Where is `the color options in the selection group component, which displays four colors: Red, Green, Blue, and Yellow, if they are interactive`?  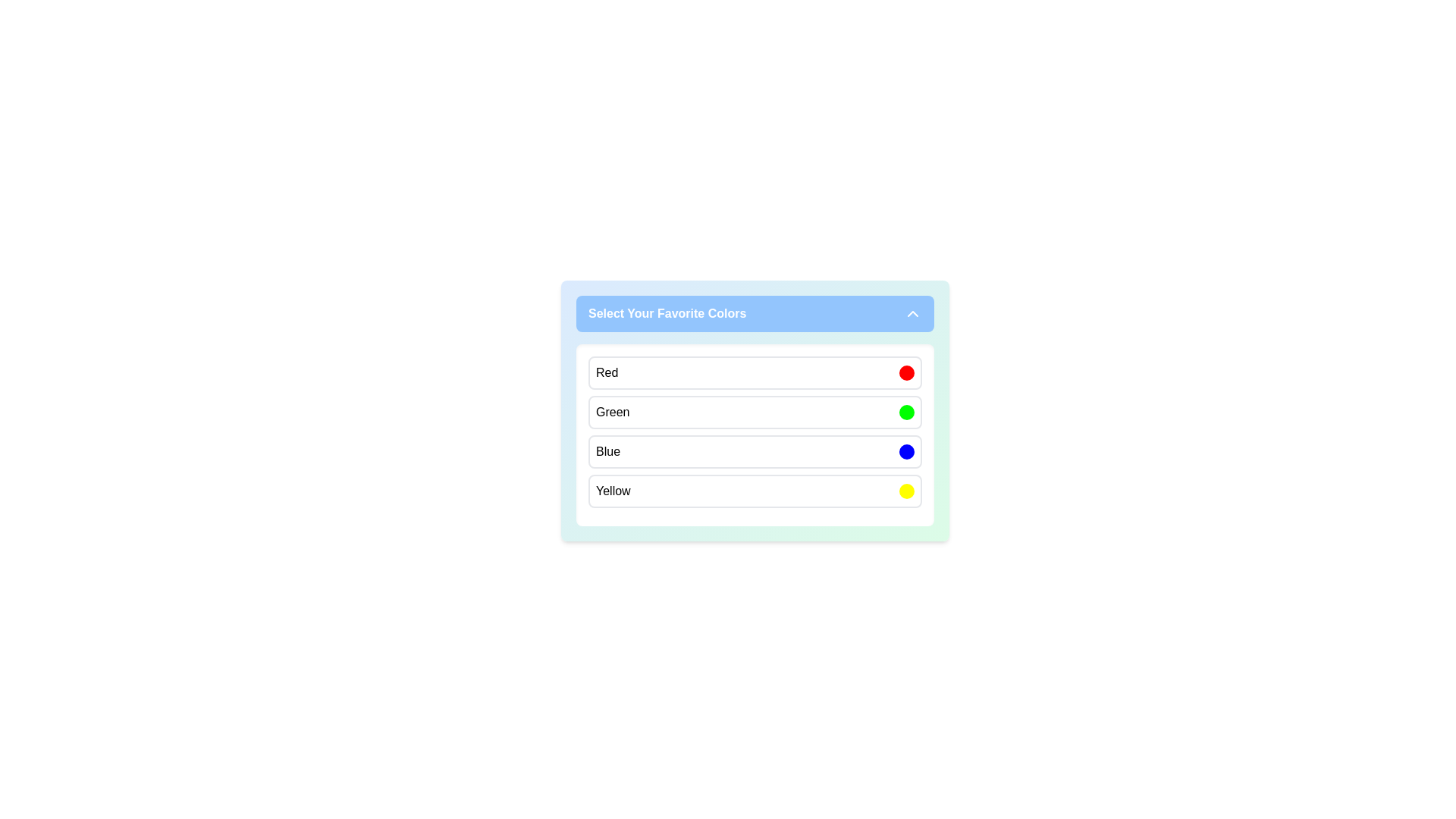
the color options in the selection group component, which displays four colors: Red, Green, Blue, and Yellow, if they are interactive is located at coordinates (755, 435).